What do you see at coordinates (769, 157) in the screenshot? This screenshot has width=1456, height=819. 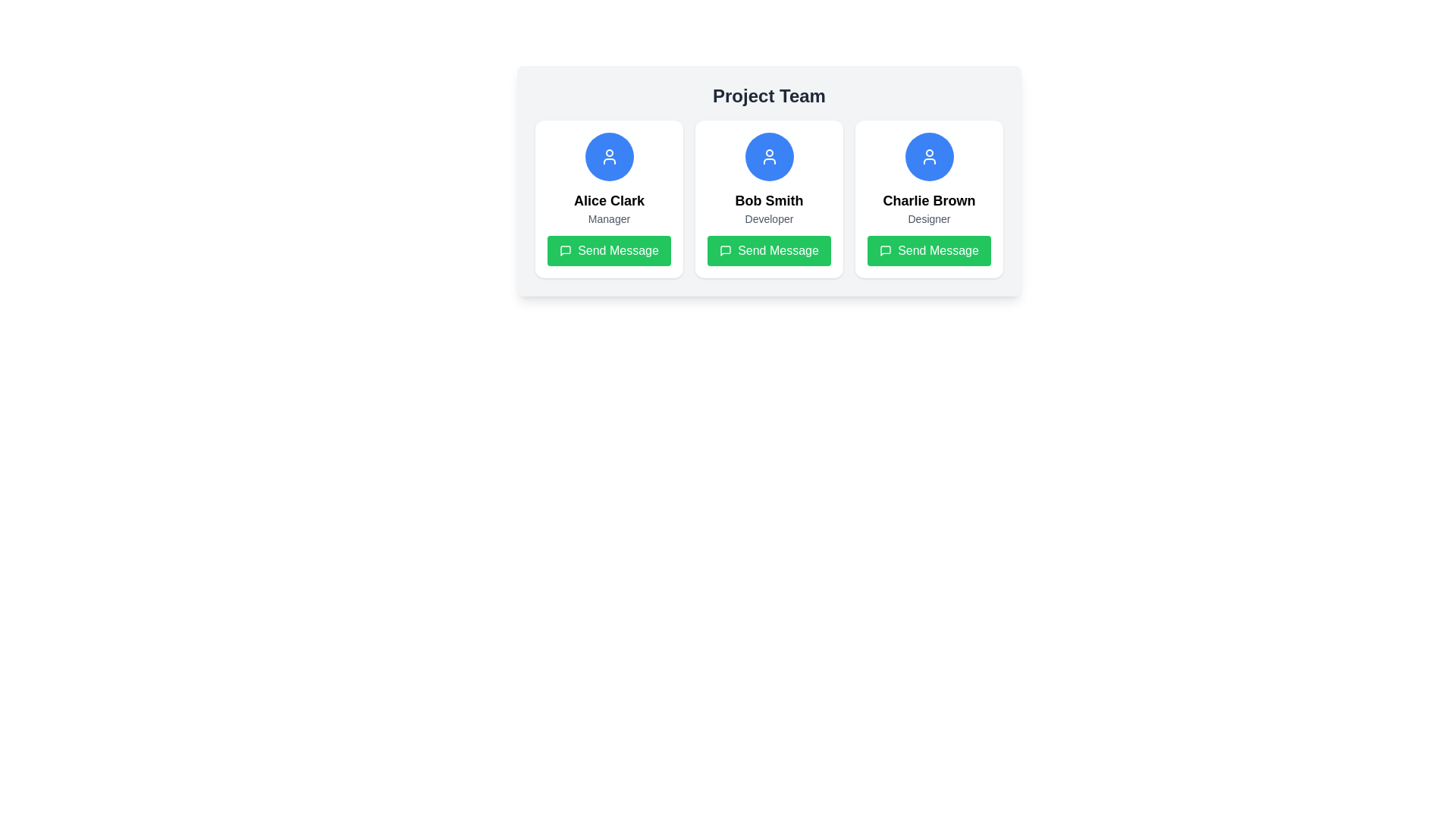 I see `the user profile icon for 'Bob Smith', which is represented by a circular outline with a figure inside on a blue circular background, located in the middle card of the 'Project Team' section` at bounding box center [769, 157].